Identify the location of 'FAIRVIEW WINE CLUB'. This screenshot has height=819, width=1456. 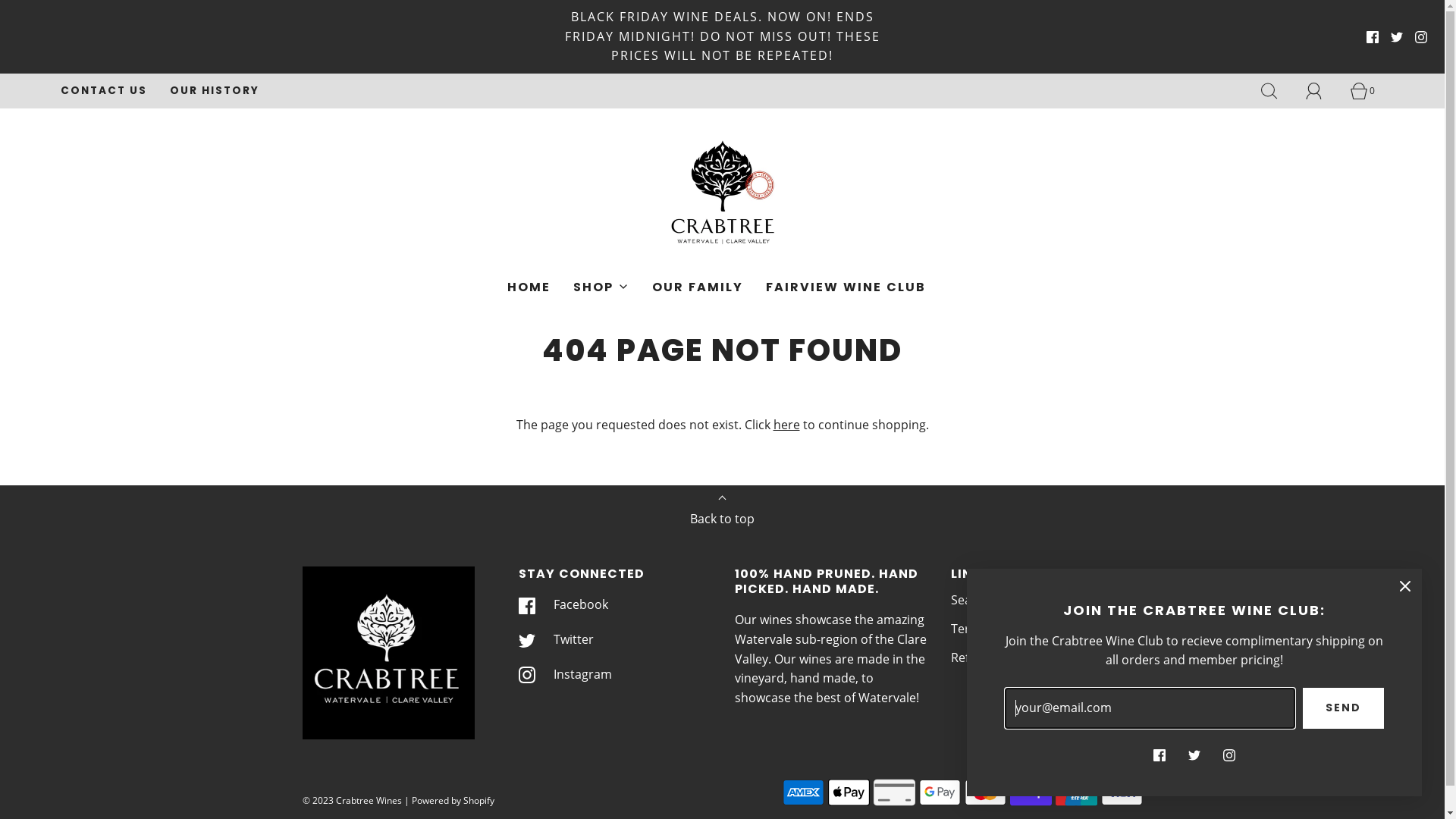
(845, 287).